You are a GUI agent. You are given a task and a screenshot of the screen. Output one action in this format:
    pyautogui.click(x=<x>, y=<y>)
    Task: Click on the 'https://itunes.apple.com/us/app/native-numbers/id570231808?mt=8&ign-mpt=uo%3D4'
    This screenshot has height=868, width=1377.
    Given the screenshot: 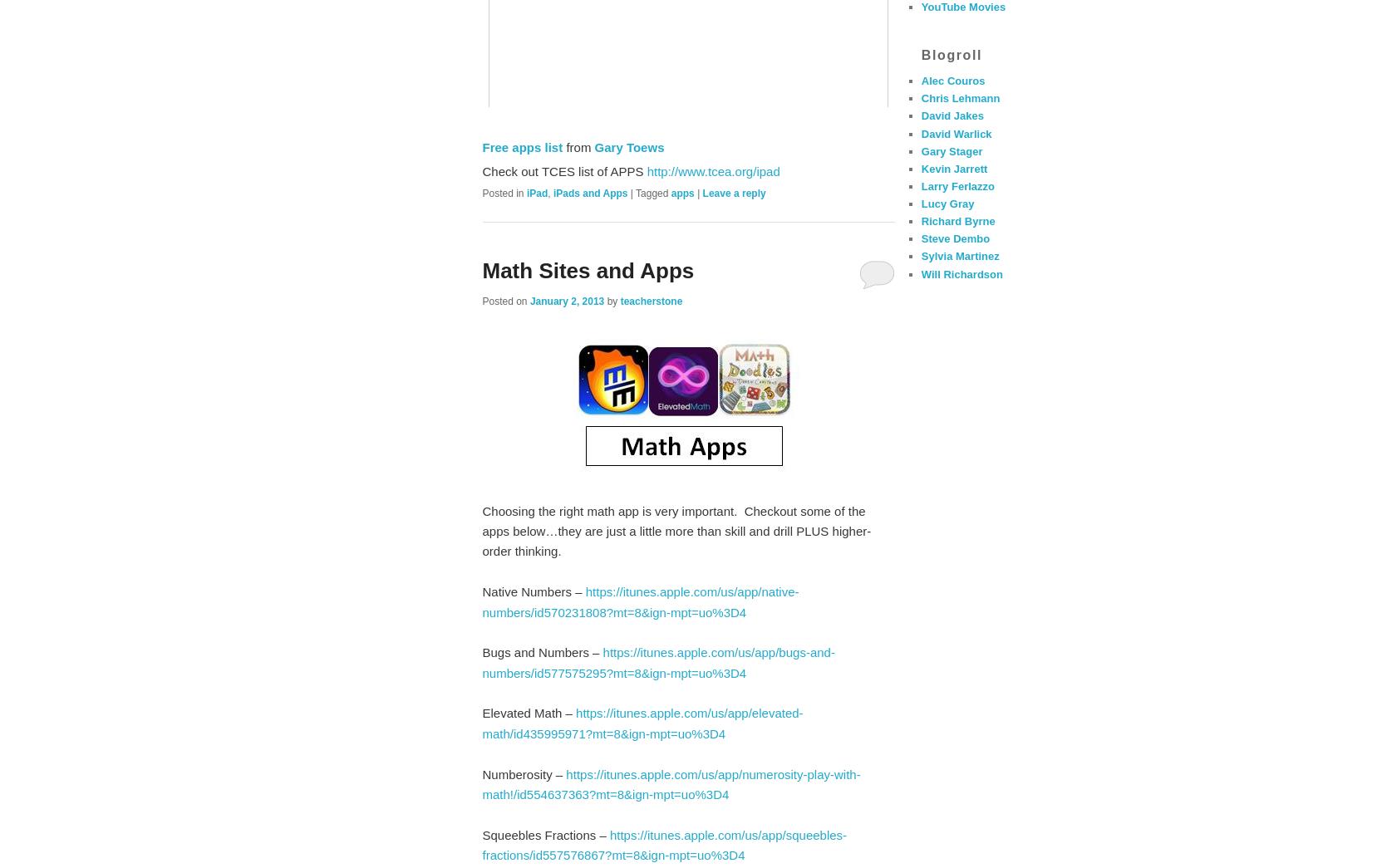 What is the action you would take?
    pyautogui.click(x=639, y=601)
    